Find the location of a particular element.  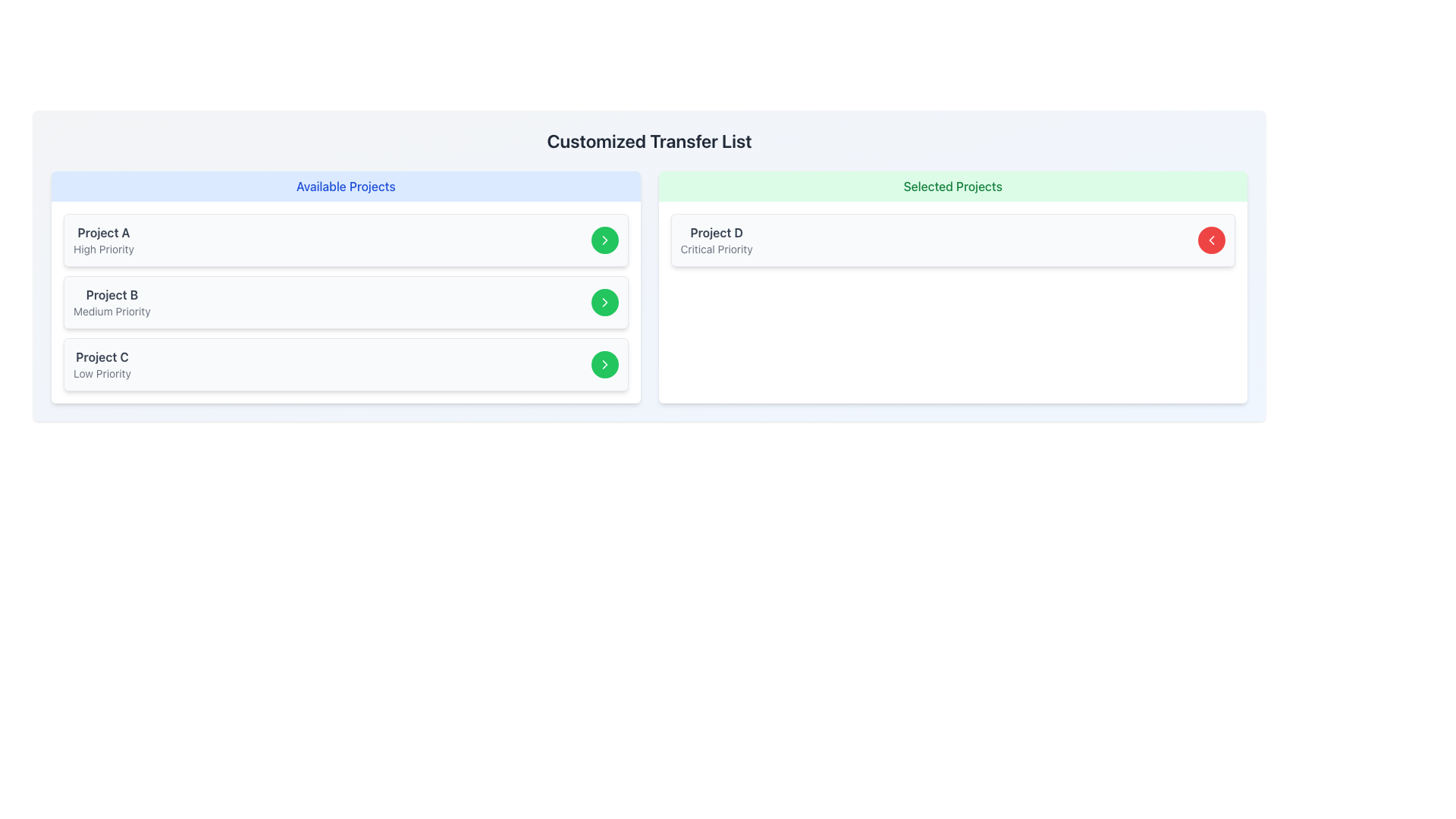

the green circular button icon located on the far-right side of the 'Project C (Low Priority)' list item in the 'Available Projects' section is located at coordinates (604, 302).